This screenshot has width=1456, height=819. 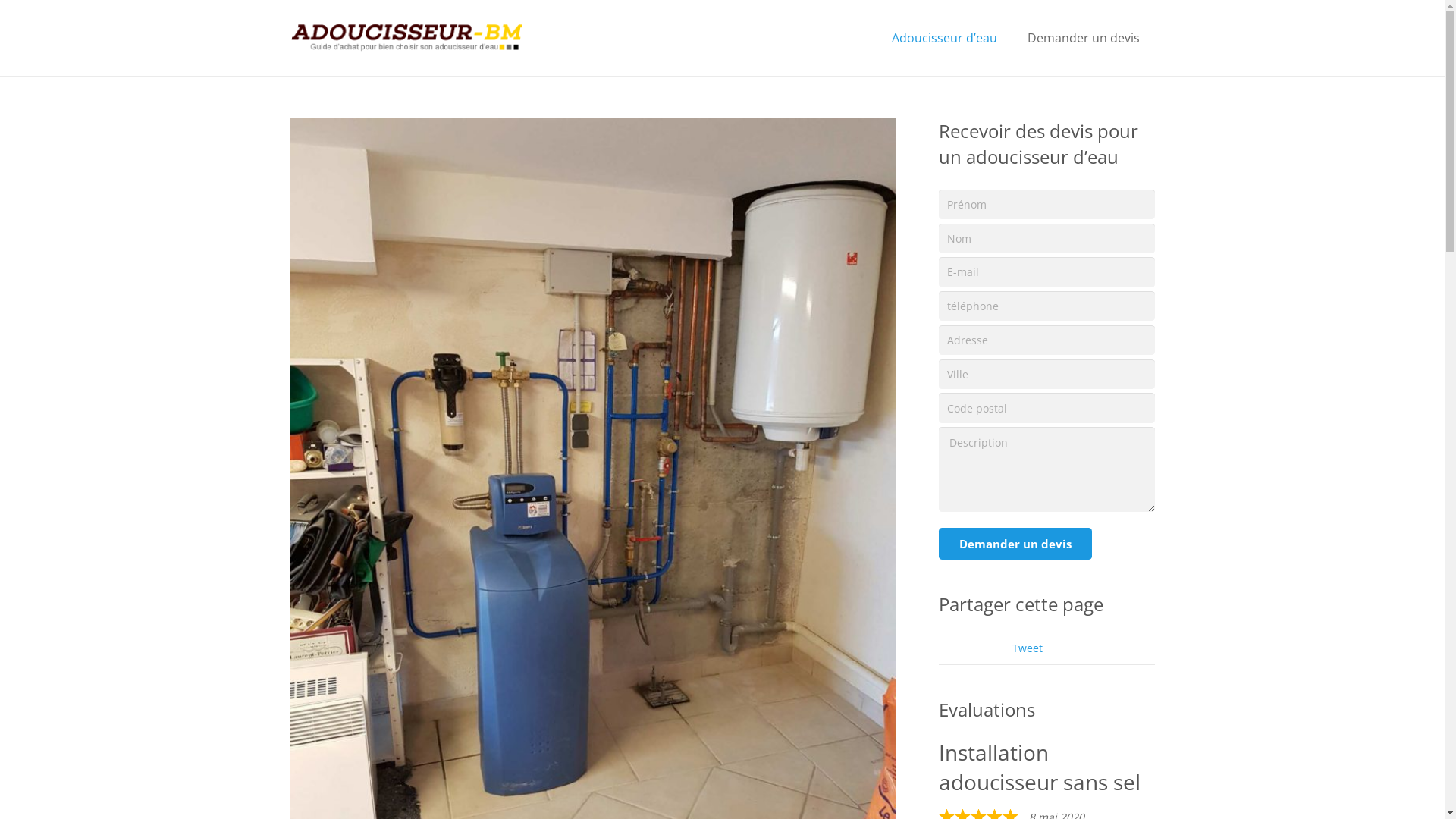 What do you see at coordinates (1012, 648) in the screenshot?
I see `'Tweet'` at bounding box center [1012, 648].